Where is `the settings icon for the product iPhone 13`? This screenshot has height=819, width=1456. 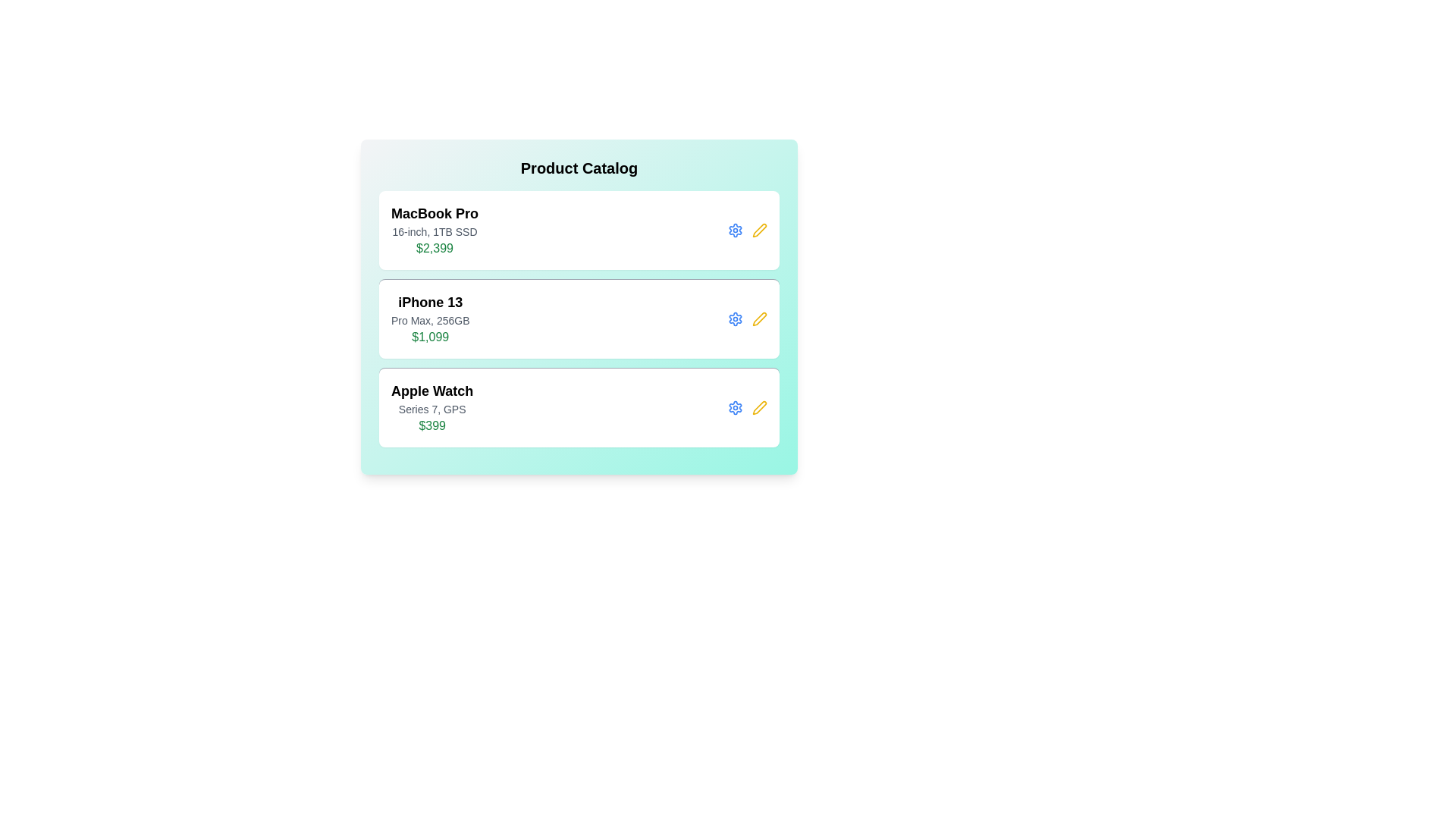 the settings icon for the product iPhone 13 is located at coordinates (735, 318).